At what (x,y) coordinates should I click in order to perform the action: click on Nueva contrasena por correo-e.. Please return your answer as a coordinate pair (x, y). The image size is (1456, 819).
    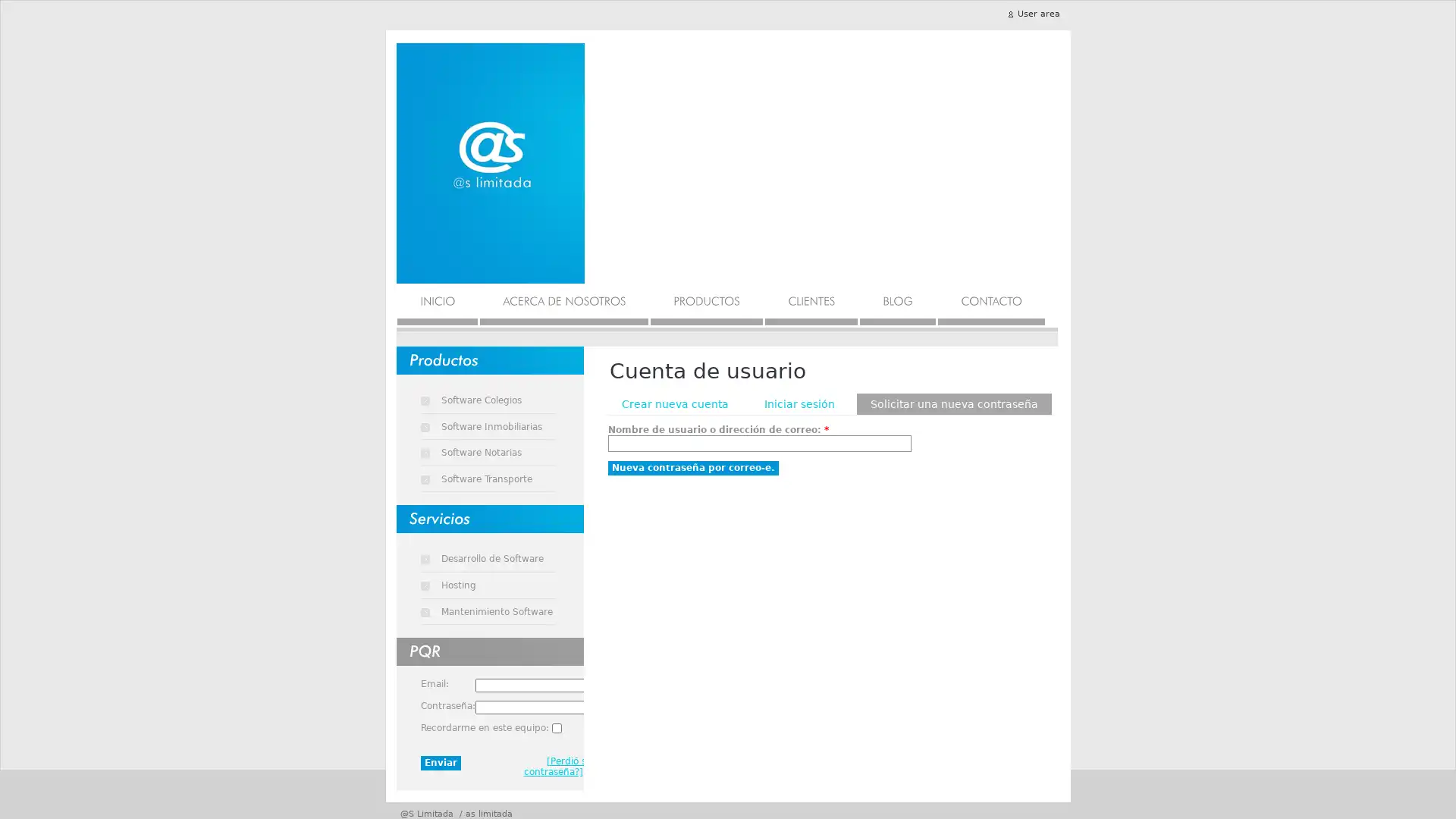
    Looking at the image, I should click on (692, 467).